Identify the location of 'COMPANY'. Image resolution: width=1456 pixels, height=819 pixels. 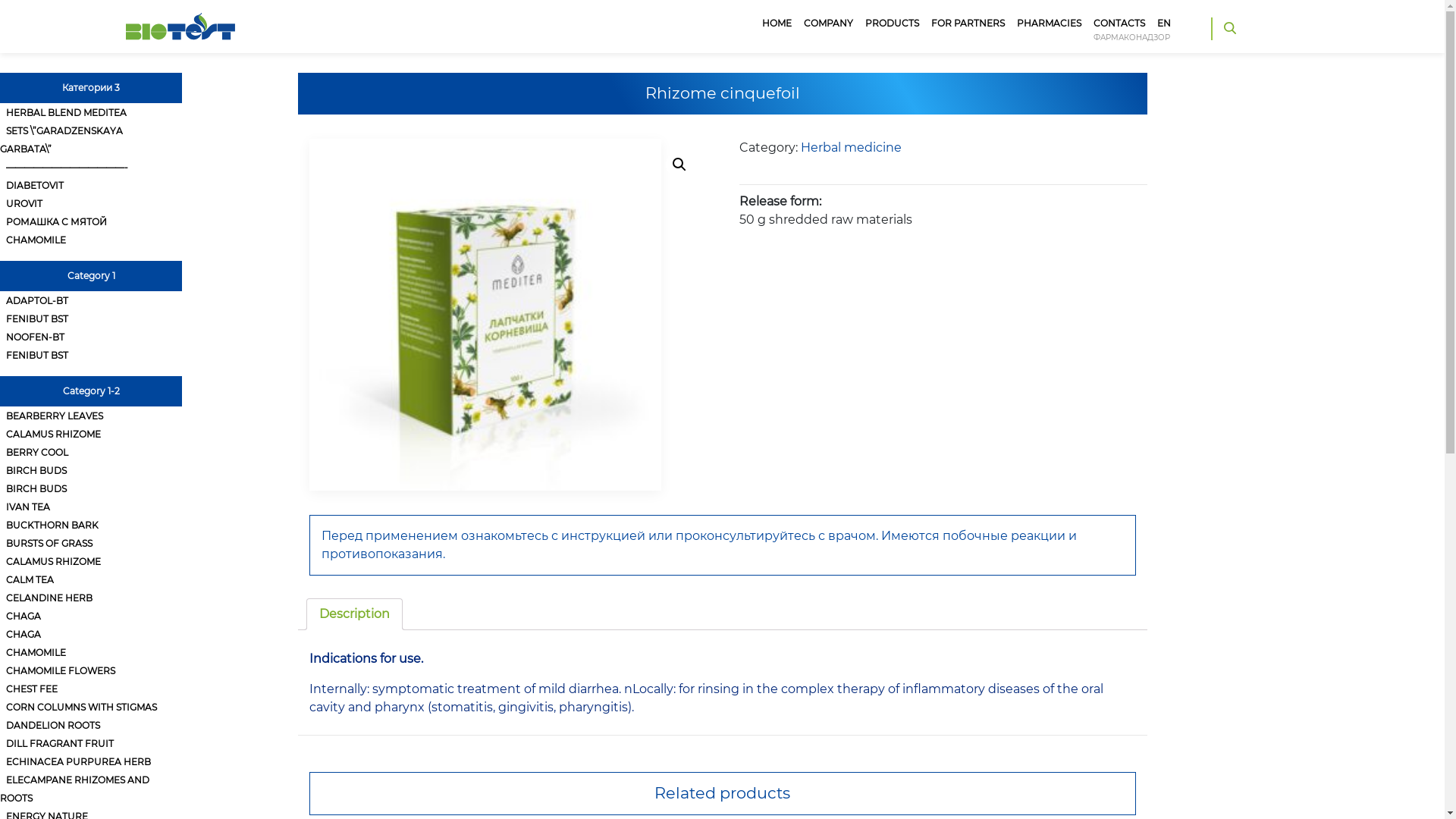
(796, 23).